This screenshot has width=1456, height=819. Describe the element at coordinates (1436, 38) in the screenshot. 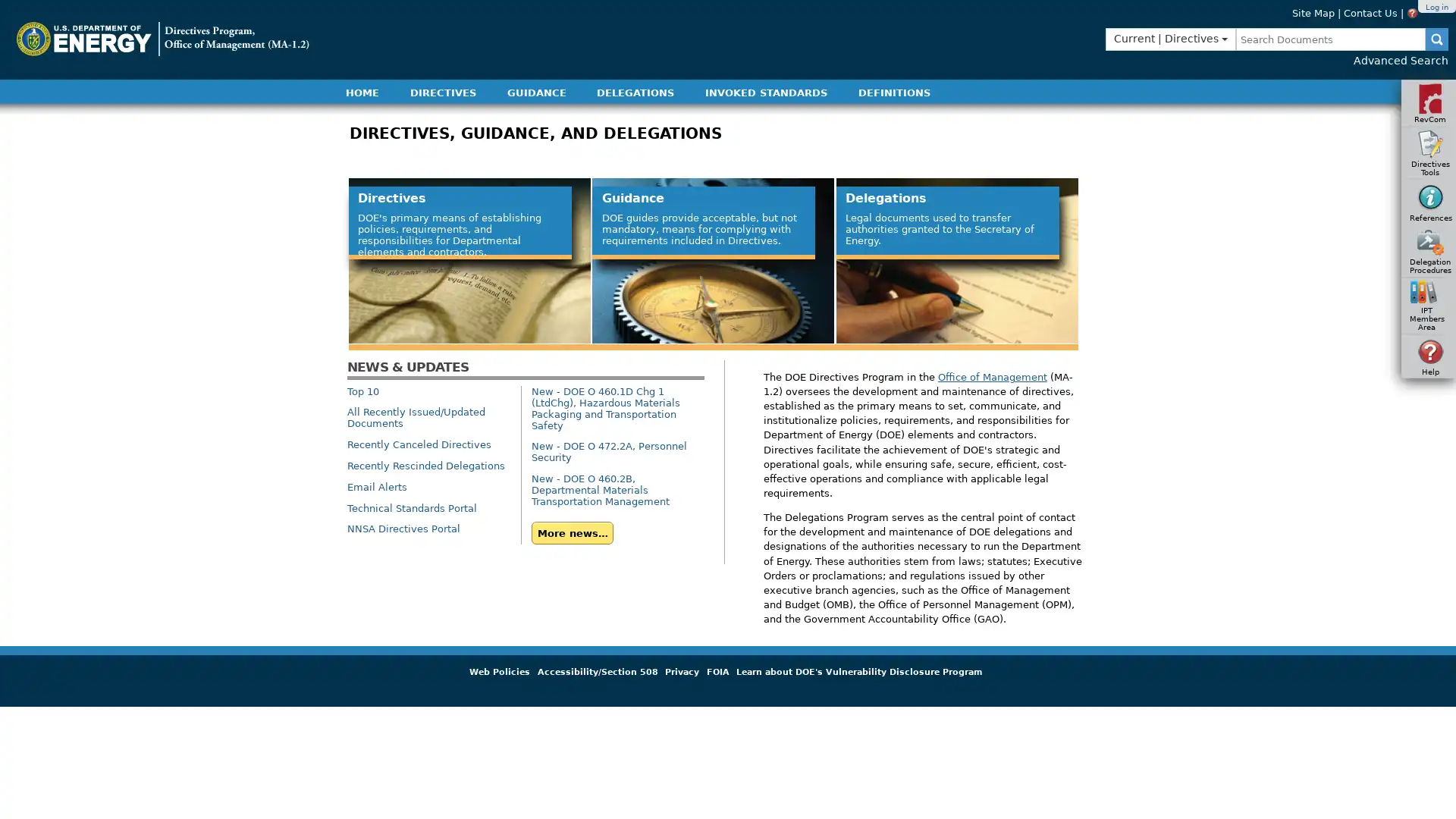

I see `Search` at that location.